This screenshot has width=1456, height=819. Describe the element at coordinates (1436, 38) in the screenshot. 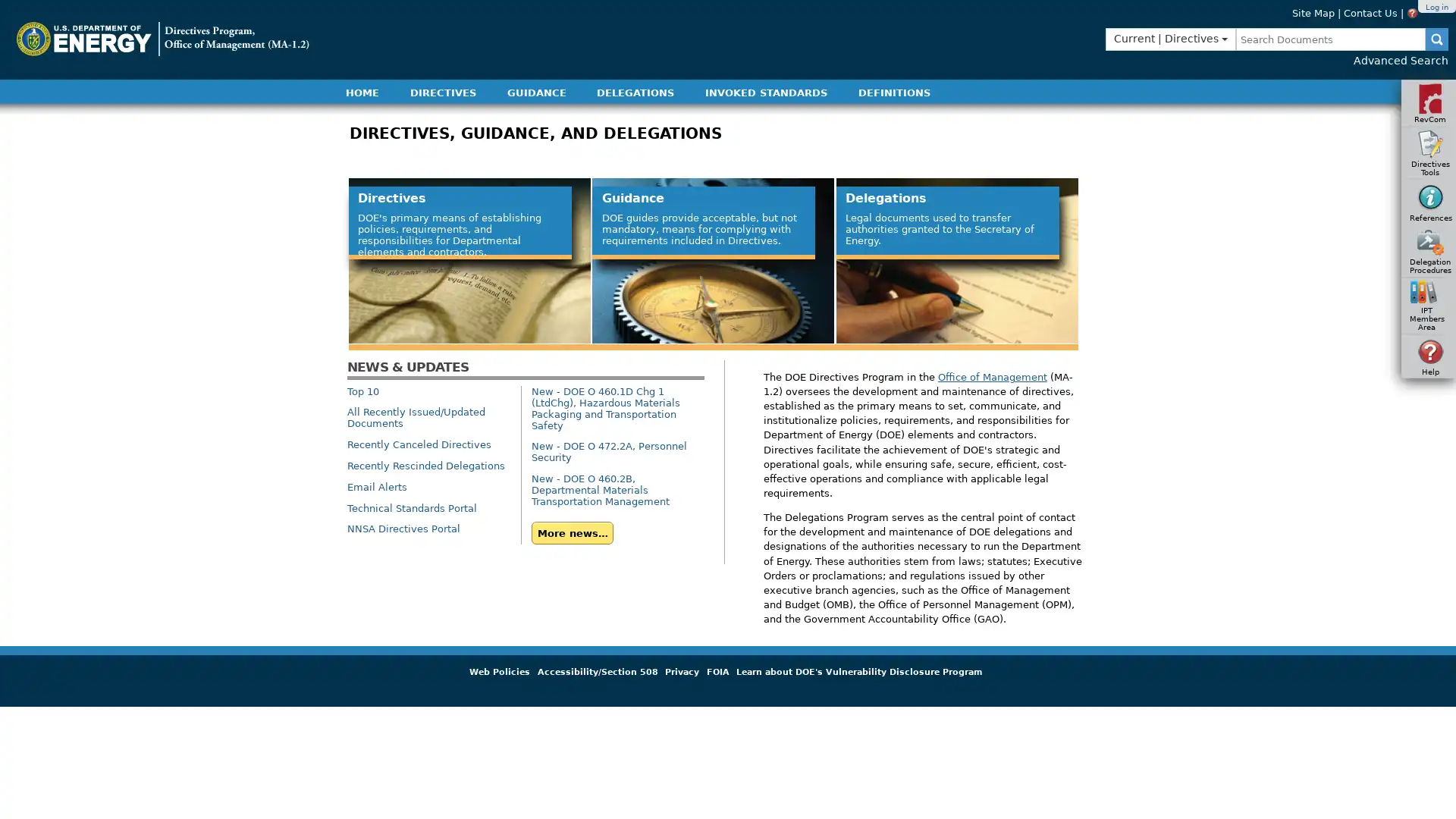

I see `Search` at that location.